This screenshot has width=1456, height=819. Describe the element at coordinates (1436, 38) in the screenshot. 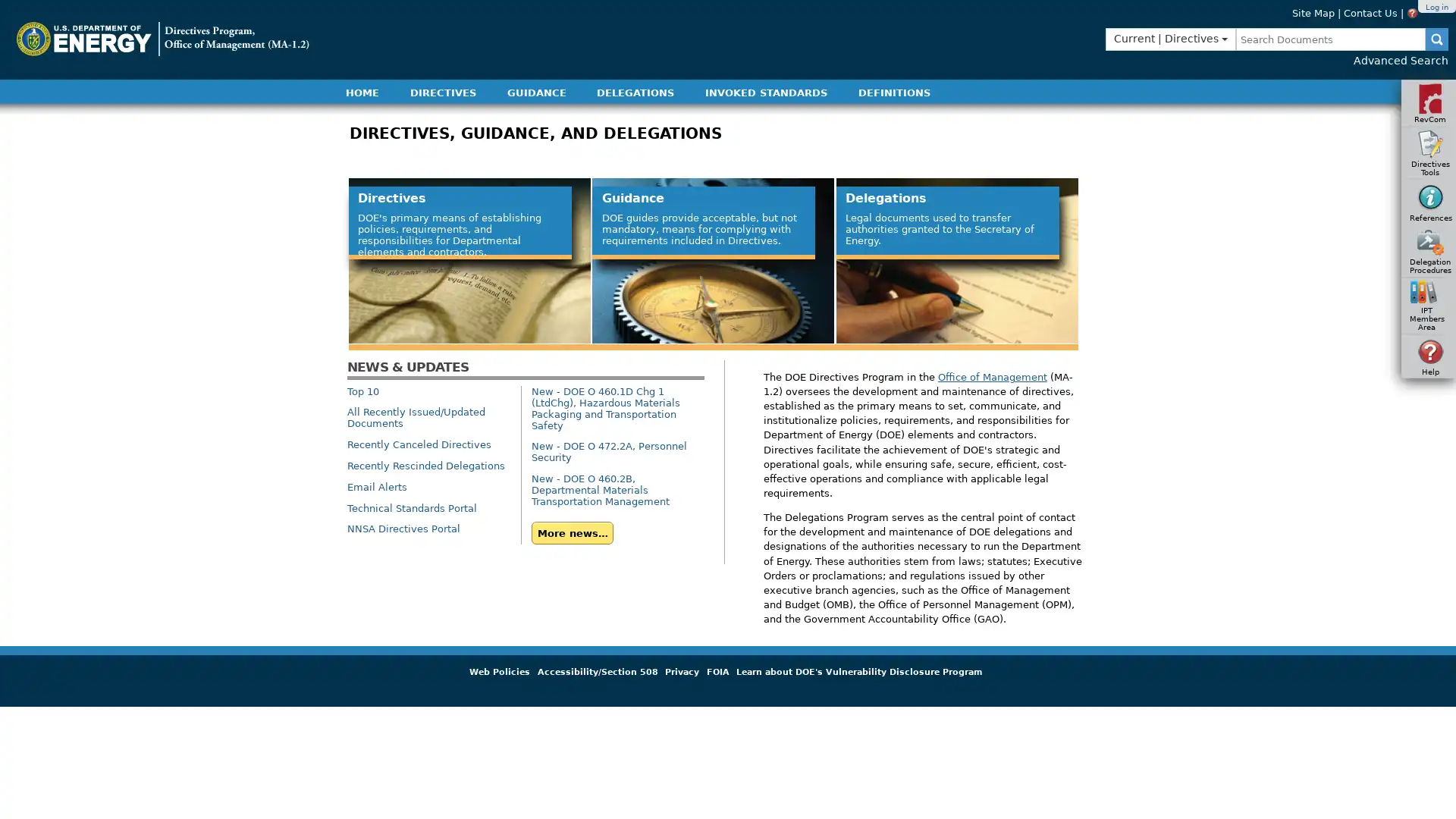

I see `Search` at that location.